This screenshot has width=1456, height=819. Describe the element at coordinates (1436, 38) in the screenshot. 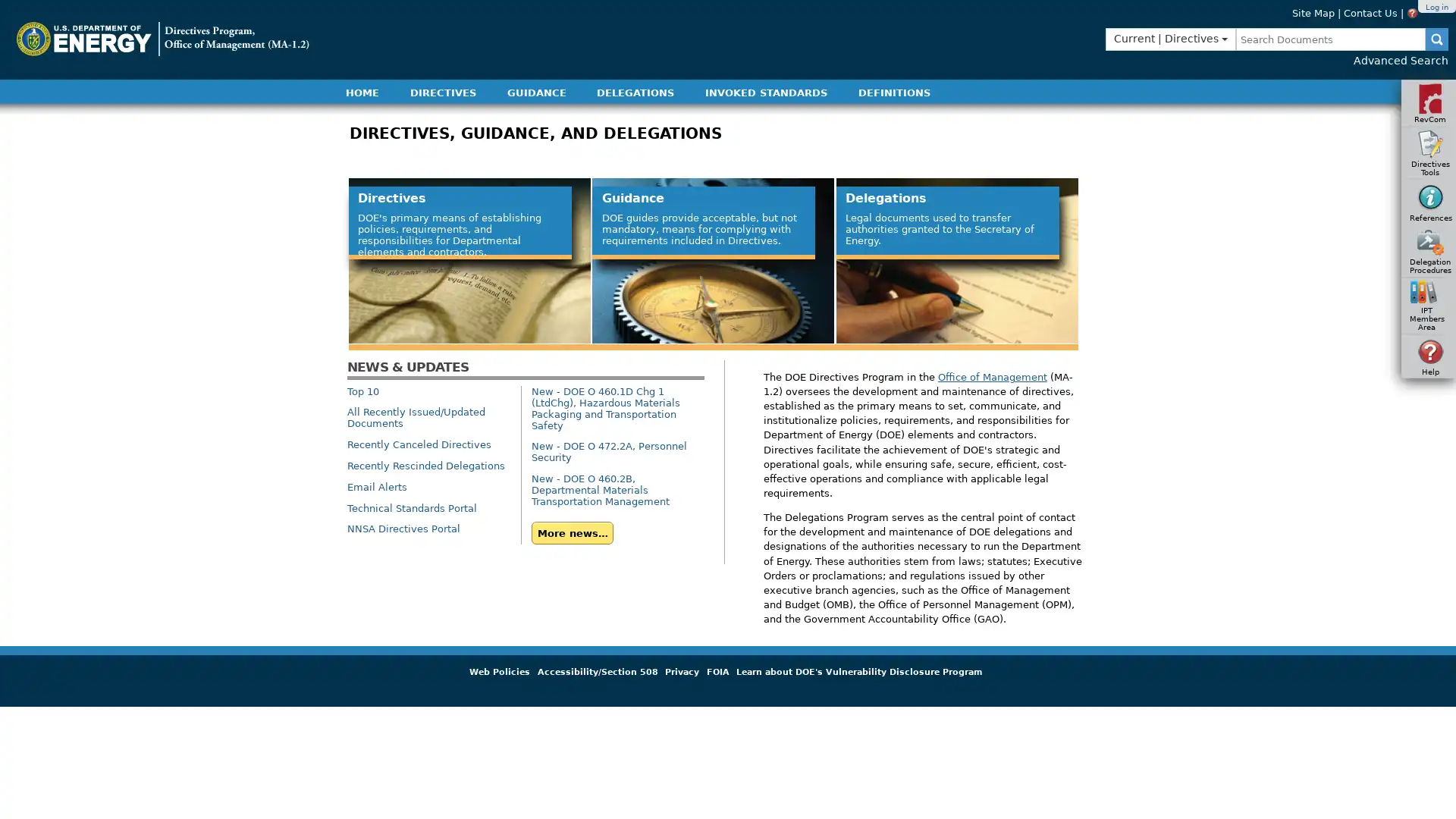

I see `Search` at that location.